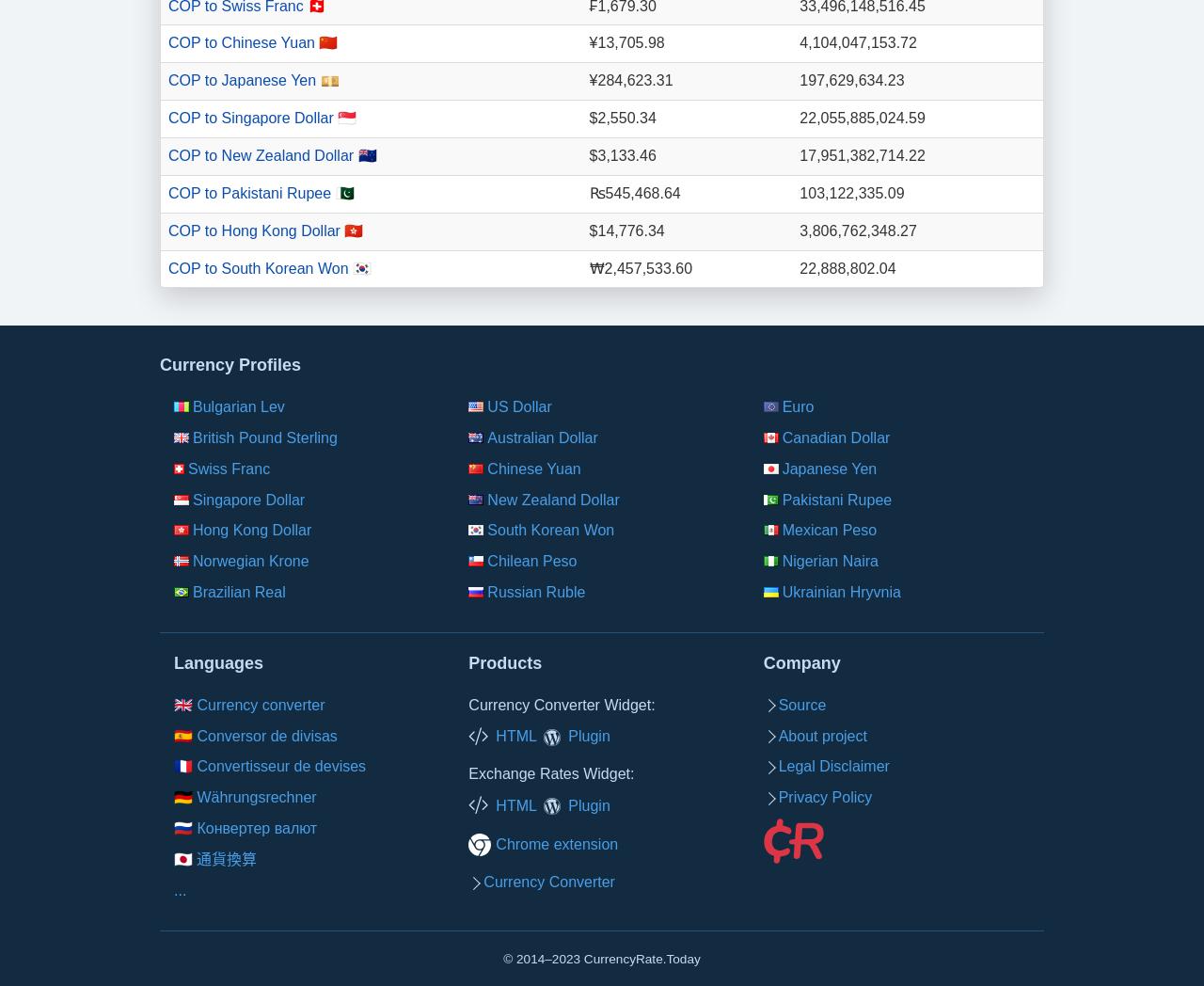 The image size is (1204, 986). Describe the element at coordinates (821, 735) in the screenshot. I see `'About project'` at that location.